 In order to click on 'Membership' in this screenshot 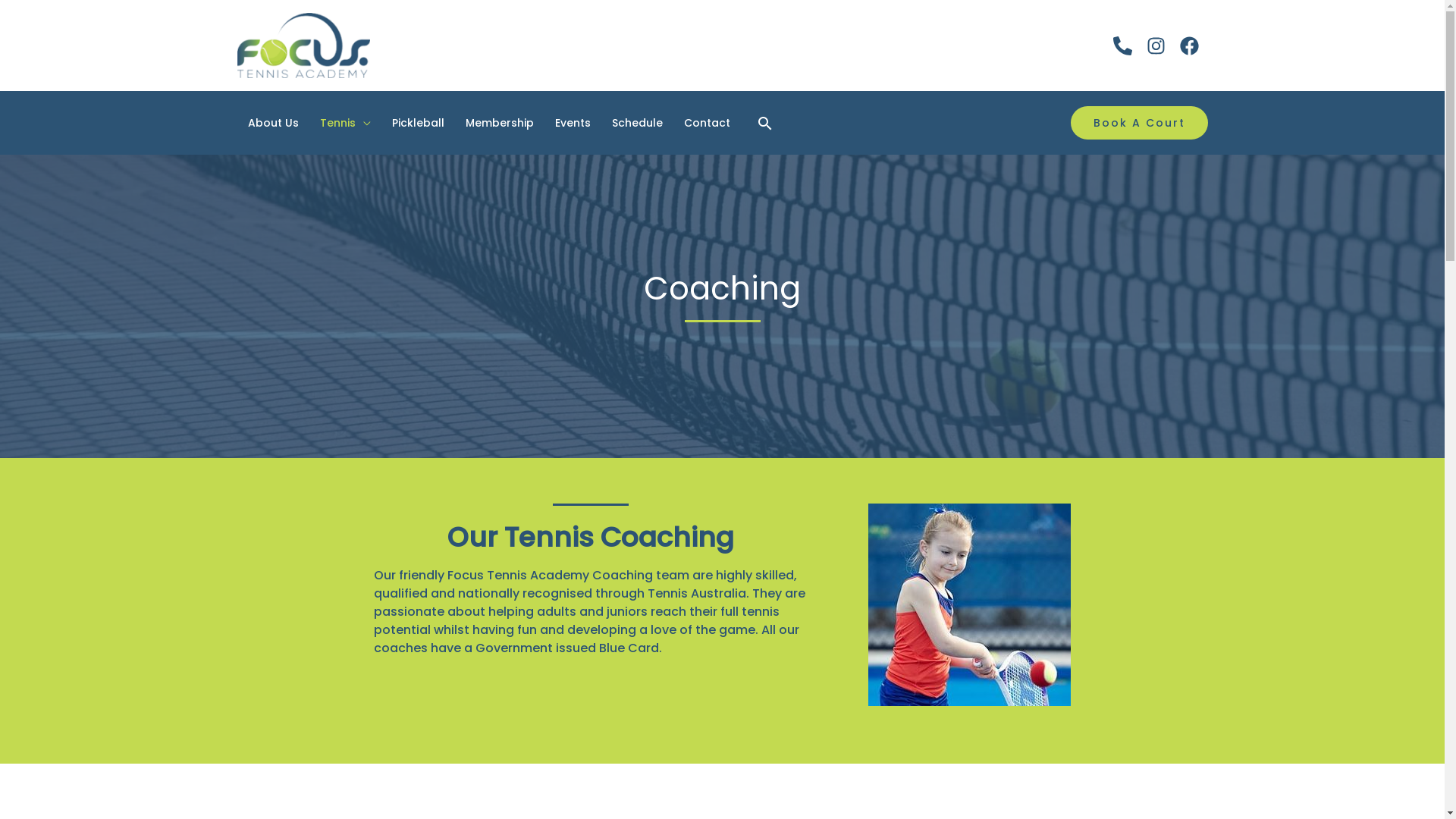, I will do `click(499, 122)`.